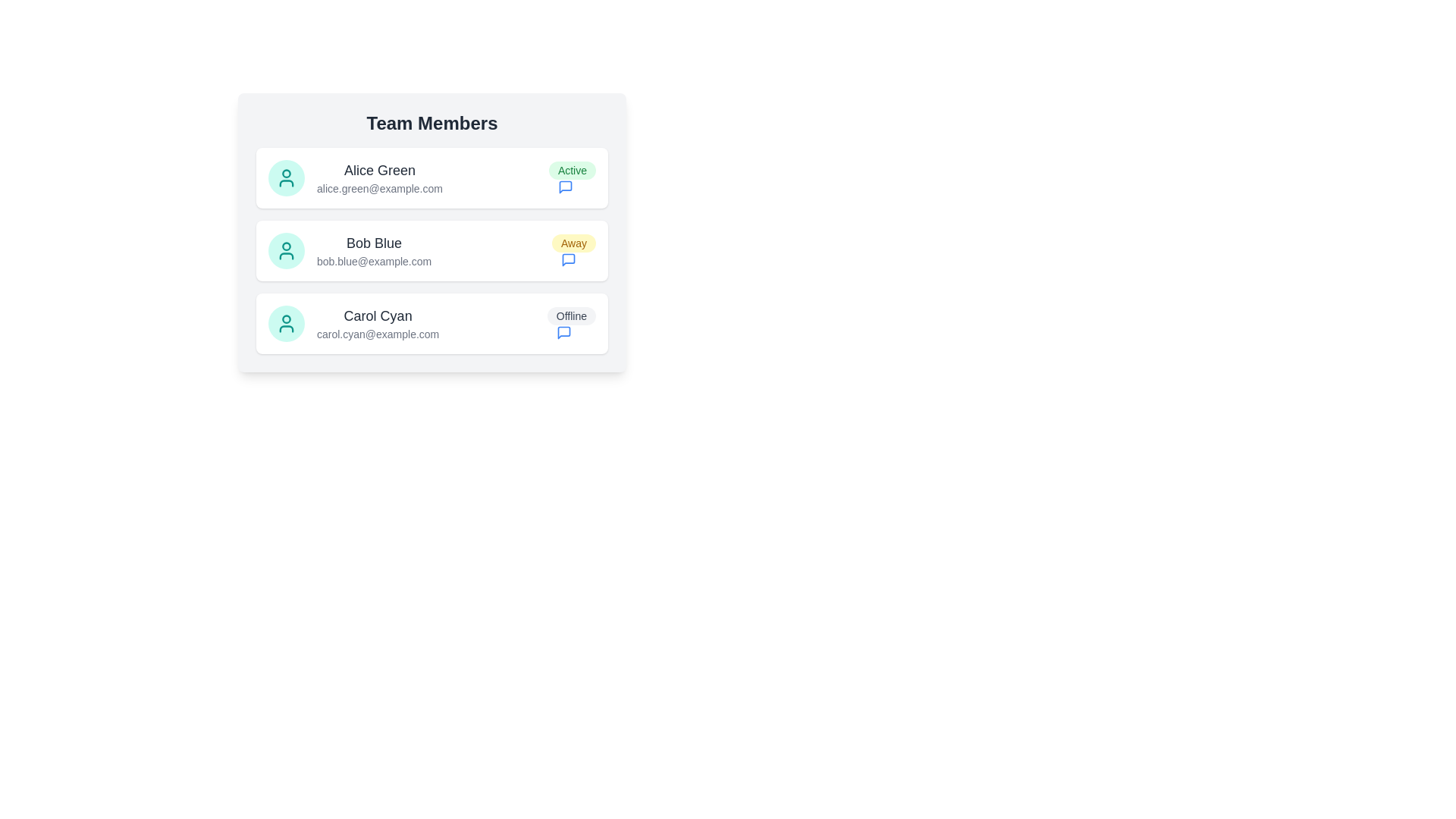 This screenshot has width=1456, height=819. I want to click on the status indicator element displaying 'Offline' with a message bubble icon, so click(570, 323).